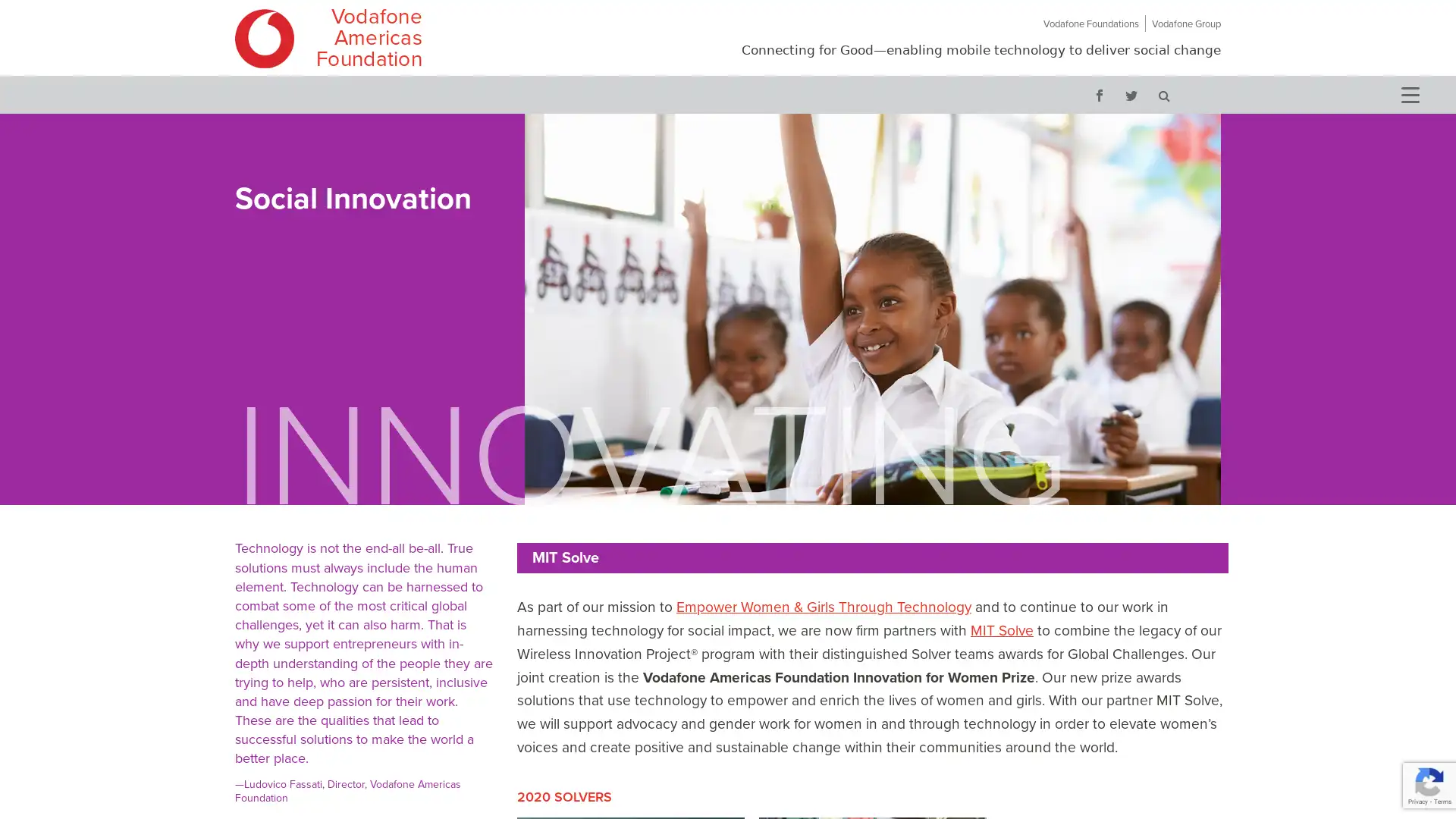 The image size is (1456, 819). Describe the element at coordinates (1163, 94) in the screenshot. I see `GO` at that location.